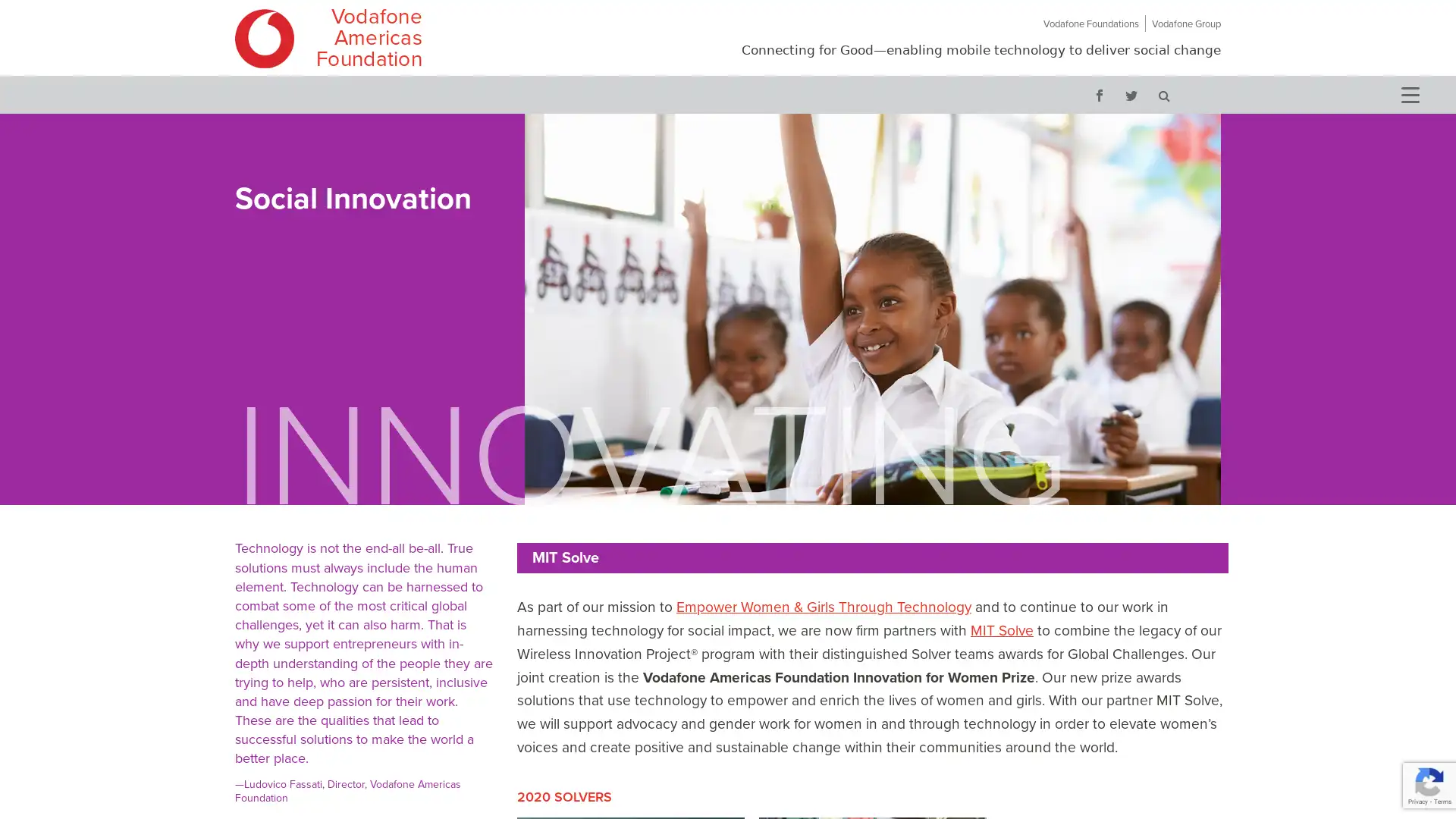 The image size is (1456, 819). Describe the element at coordinates (1163, 94) in the screenshot. I see `GO` at that location.